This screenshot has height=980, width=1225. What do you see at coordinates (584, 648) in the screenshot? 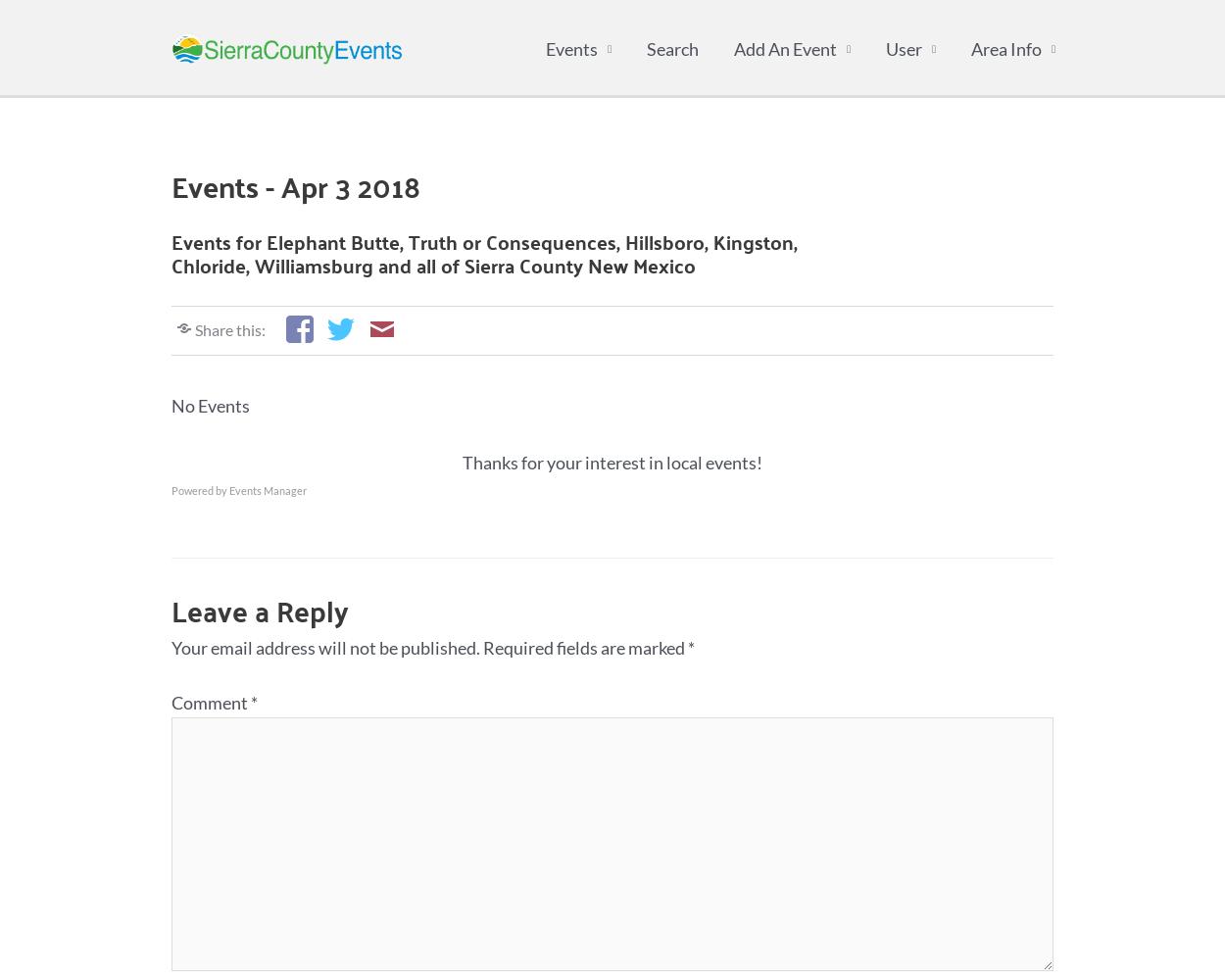
I see `'Required fields are marked'` at bounding box center [584, 648].